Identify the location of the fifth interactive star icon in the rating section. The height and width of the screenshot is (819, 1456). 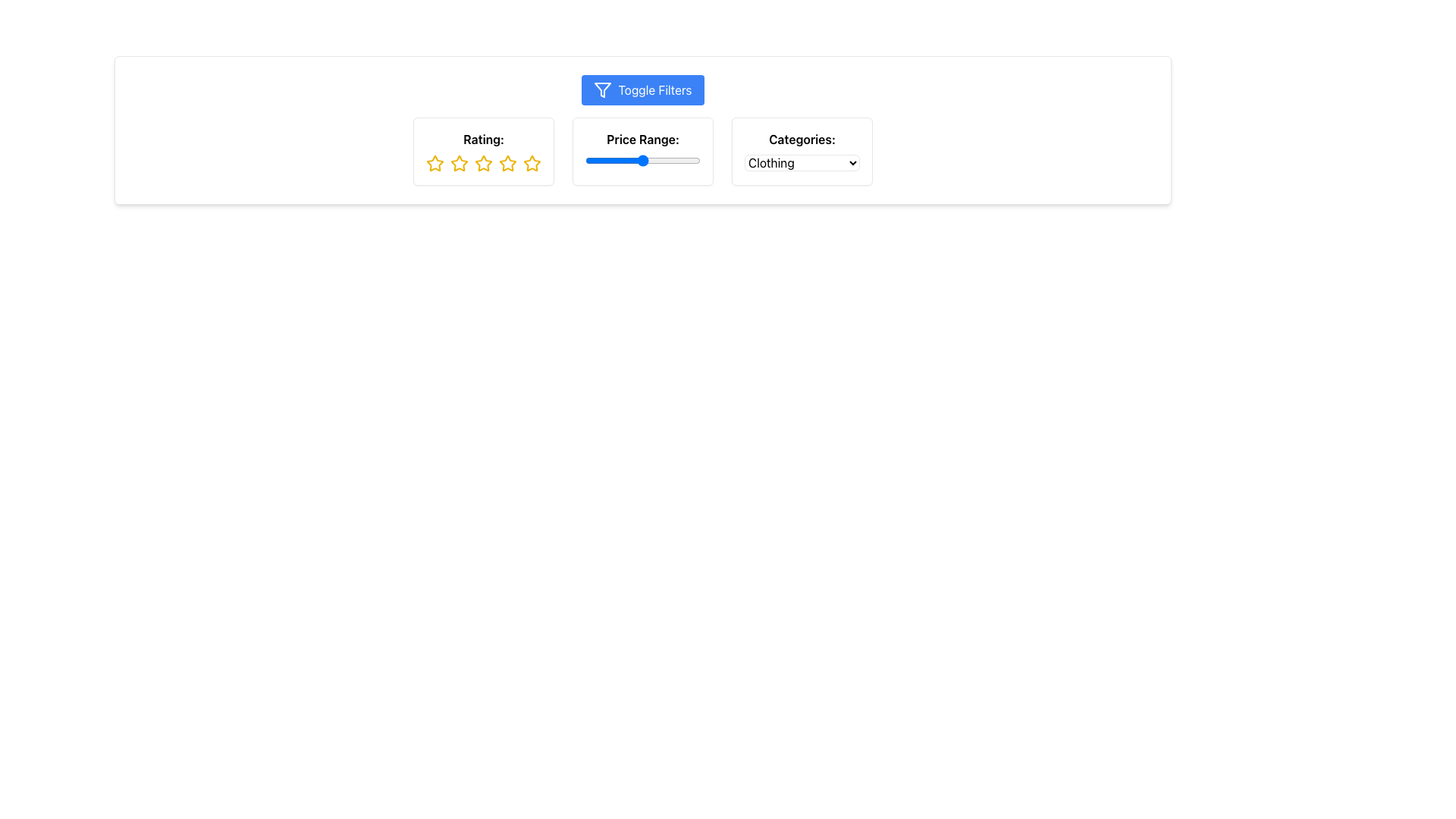
(532, 164).